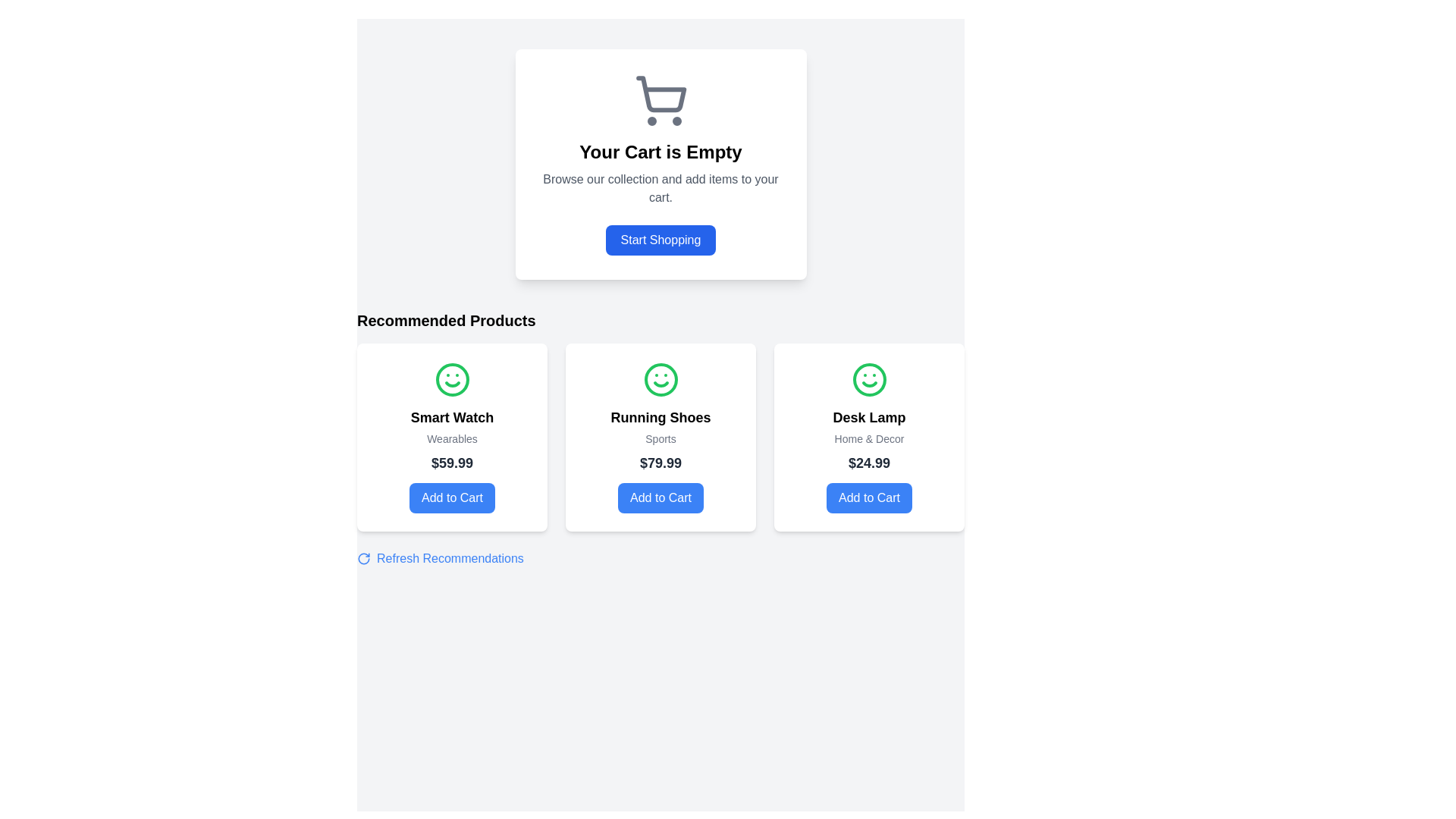 This screenshot has height=819, width=1456. Describe the element at coordinates (364, 558) in the screenshot. I see `the refresh icon located at the leftmost side within the 'Refresh Recommendations' clickable region, which is meant for reloading content or fetching new data` at that location.